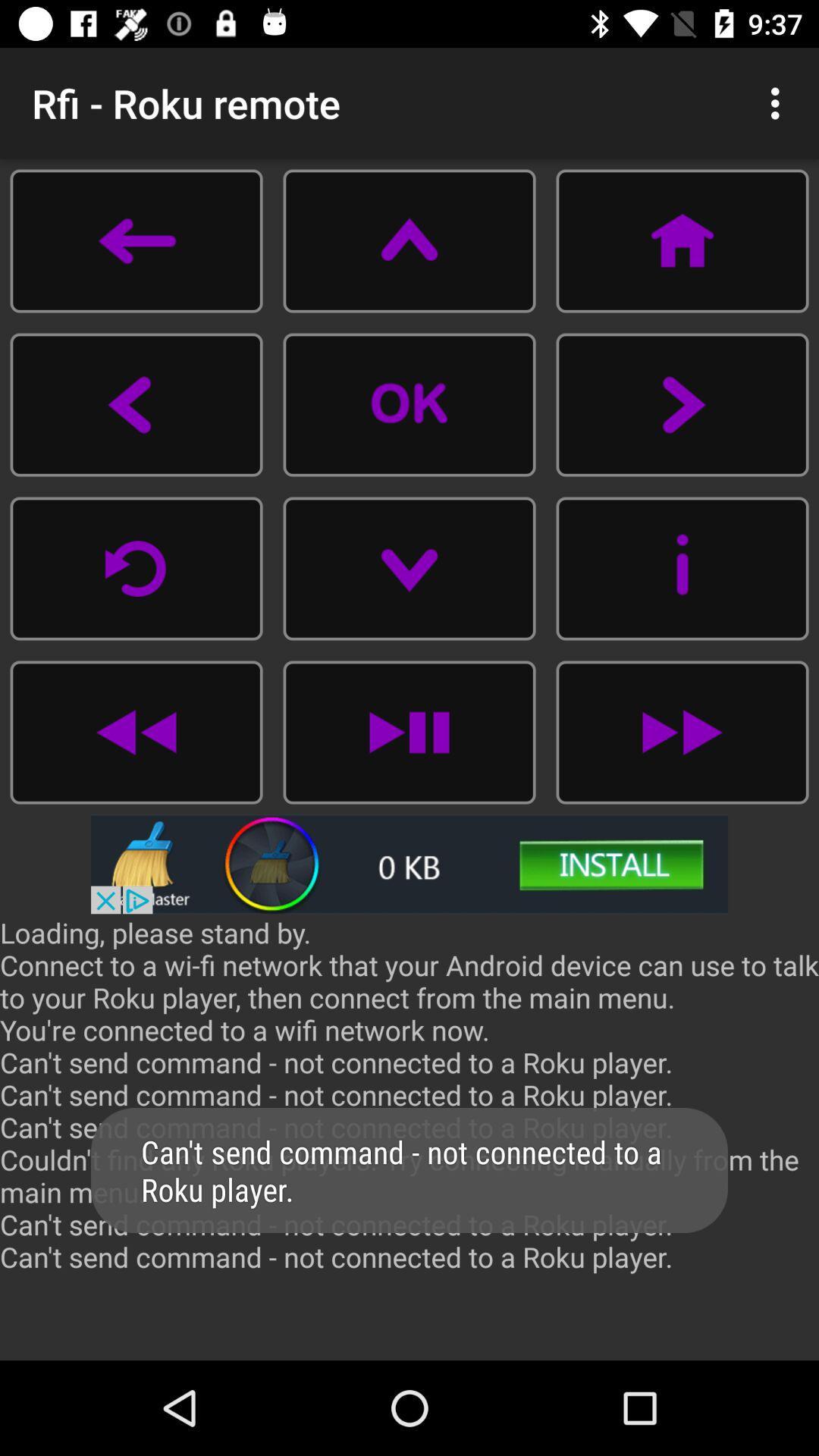 The image size is (819, 1456). What do you see at coordinates (409, 240) in the screenshot?
I see `up` at bounding box center [409, 240].